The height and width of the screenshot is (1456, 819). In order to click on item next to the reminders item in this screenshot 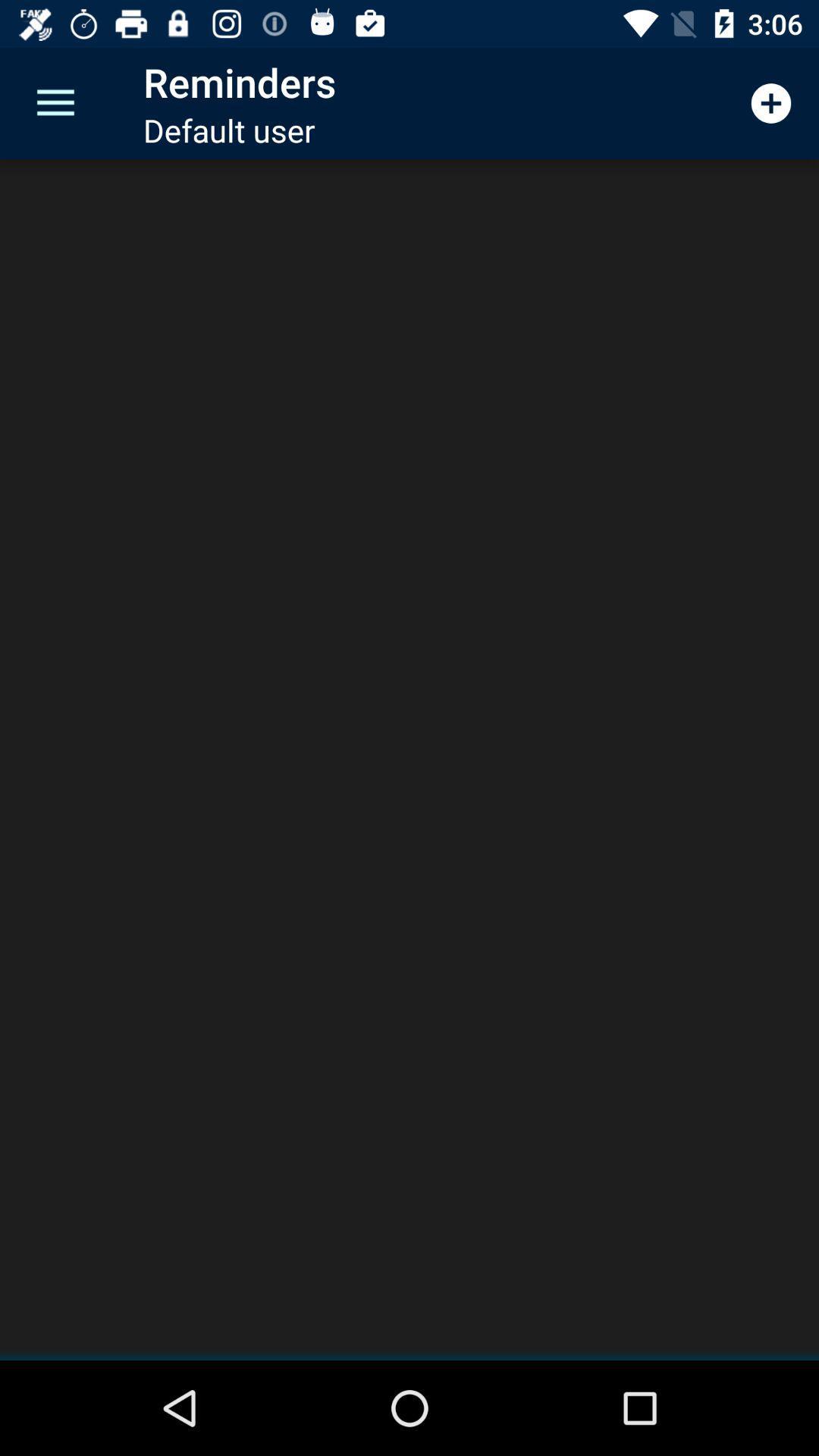, I will do `click(771, 102)`.